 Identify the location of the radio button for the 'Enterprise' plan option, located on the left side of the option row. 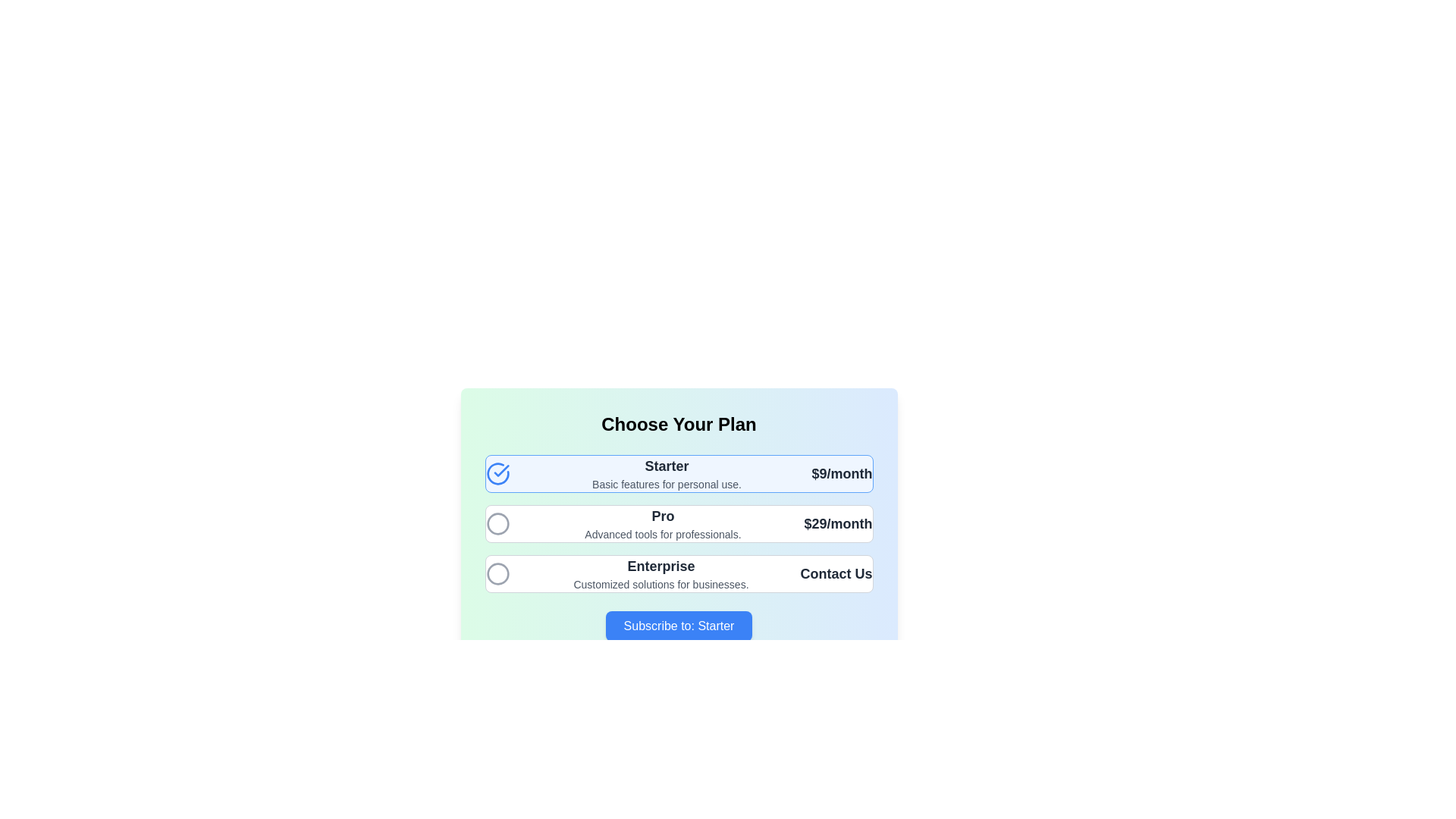
(497, 573).